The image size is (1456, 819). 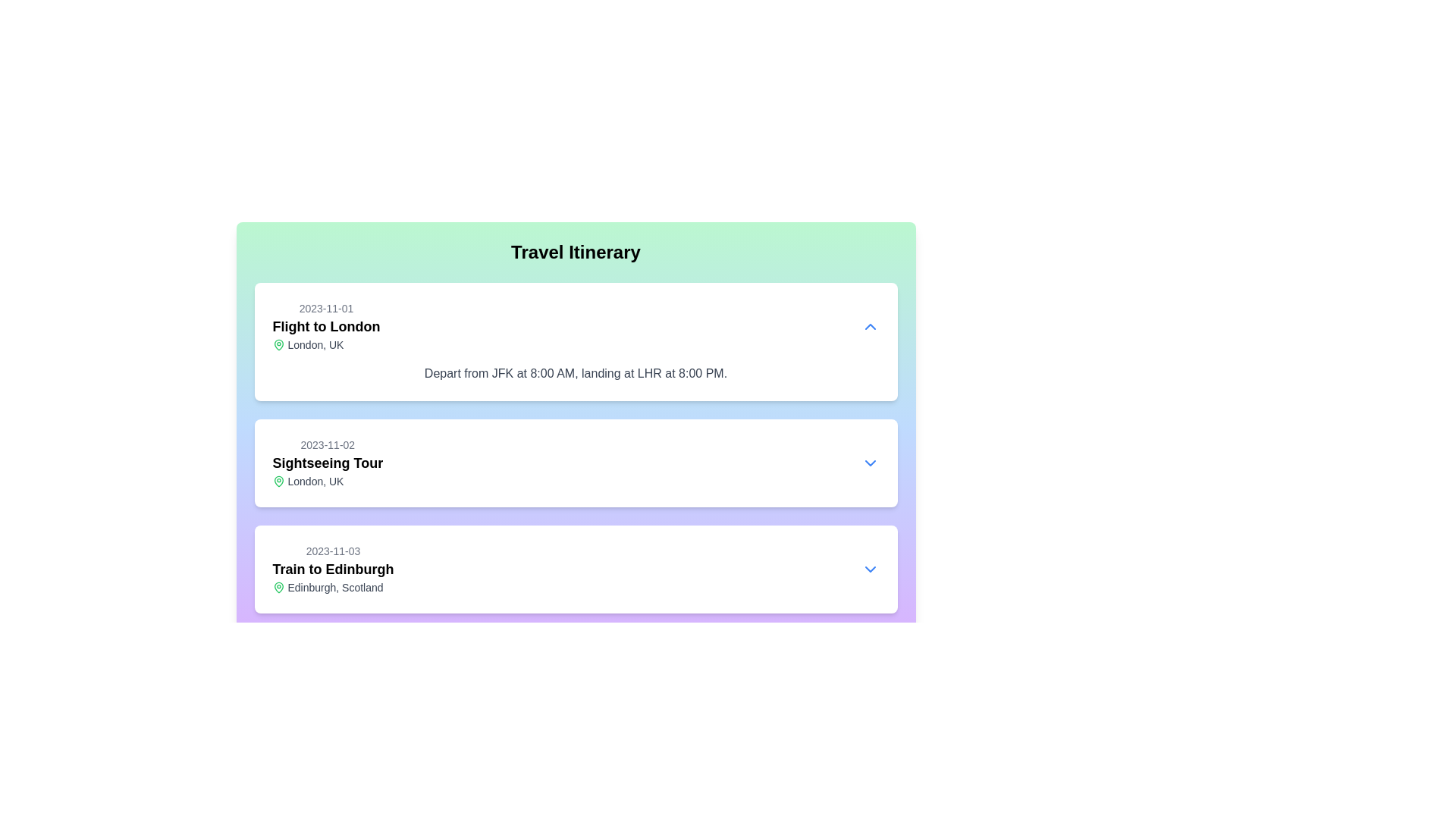 What do you see at coordinates (870, 326) in the screenshot?
I see `the button in the top-right corner` at bounding box center [870, 326].